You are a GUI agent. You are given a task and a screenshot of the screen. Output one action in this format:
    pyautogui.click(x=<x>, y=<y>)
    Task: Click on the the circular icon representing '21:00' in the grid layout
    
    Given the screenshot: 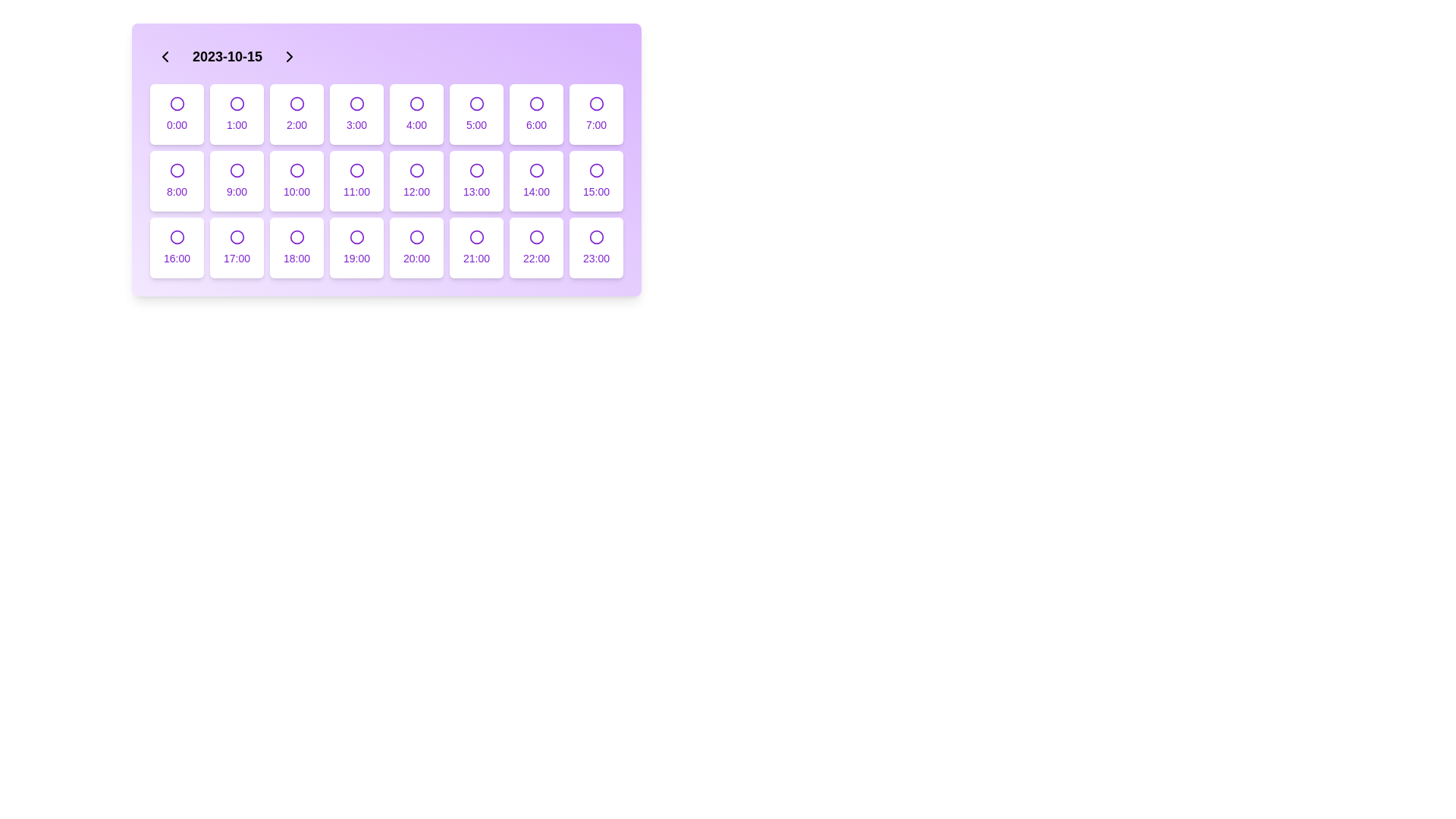 What is the action you would take?
    pyautogui.click(x=475, y=237)
    